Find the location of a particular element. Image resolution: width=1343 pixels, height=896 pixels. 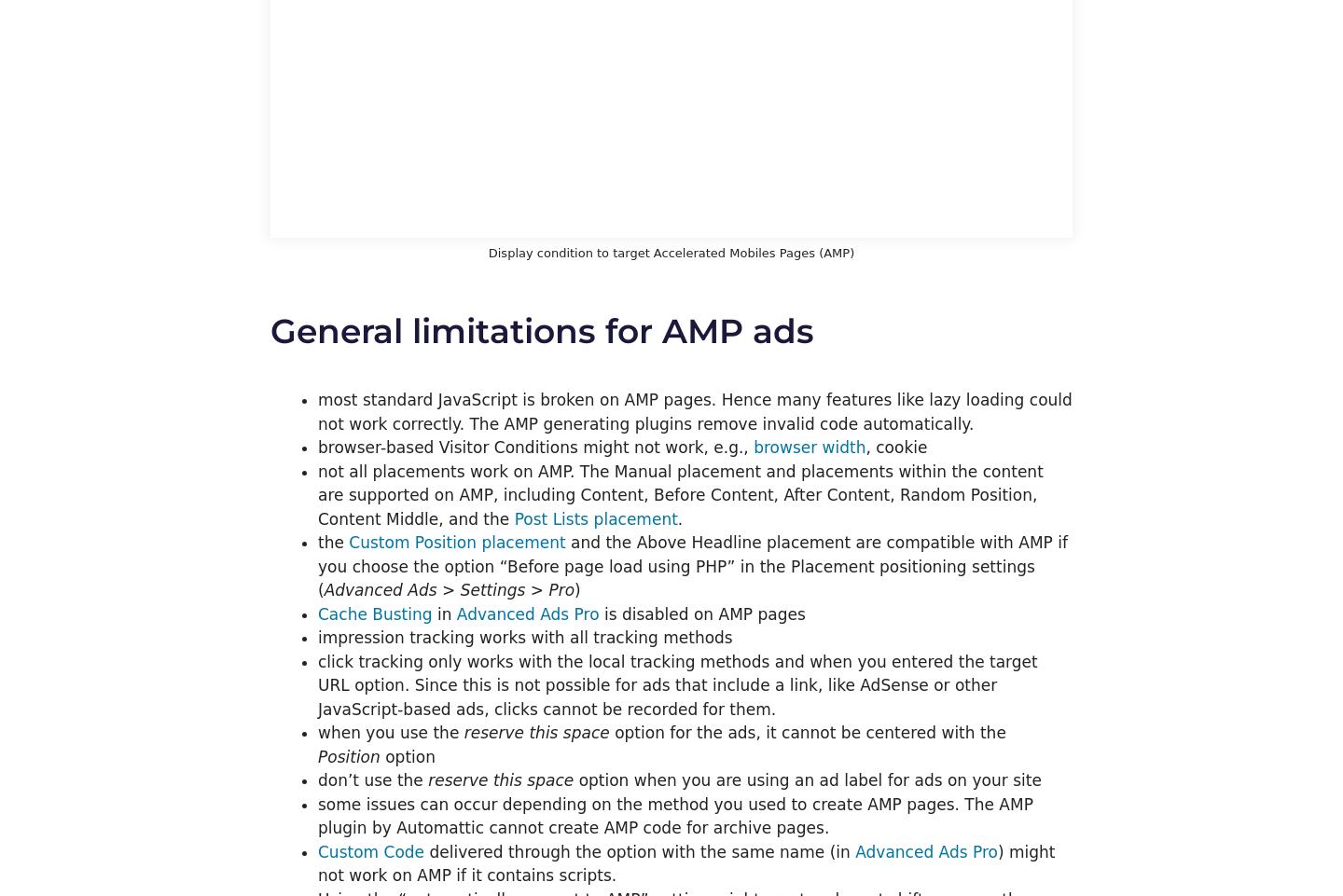

'browser-based Visitor Conditions might not work, e.g.,' is located at coordinates (535, 447).